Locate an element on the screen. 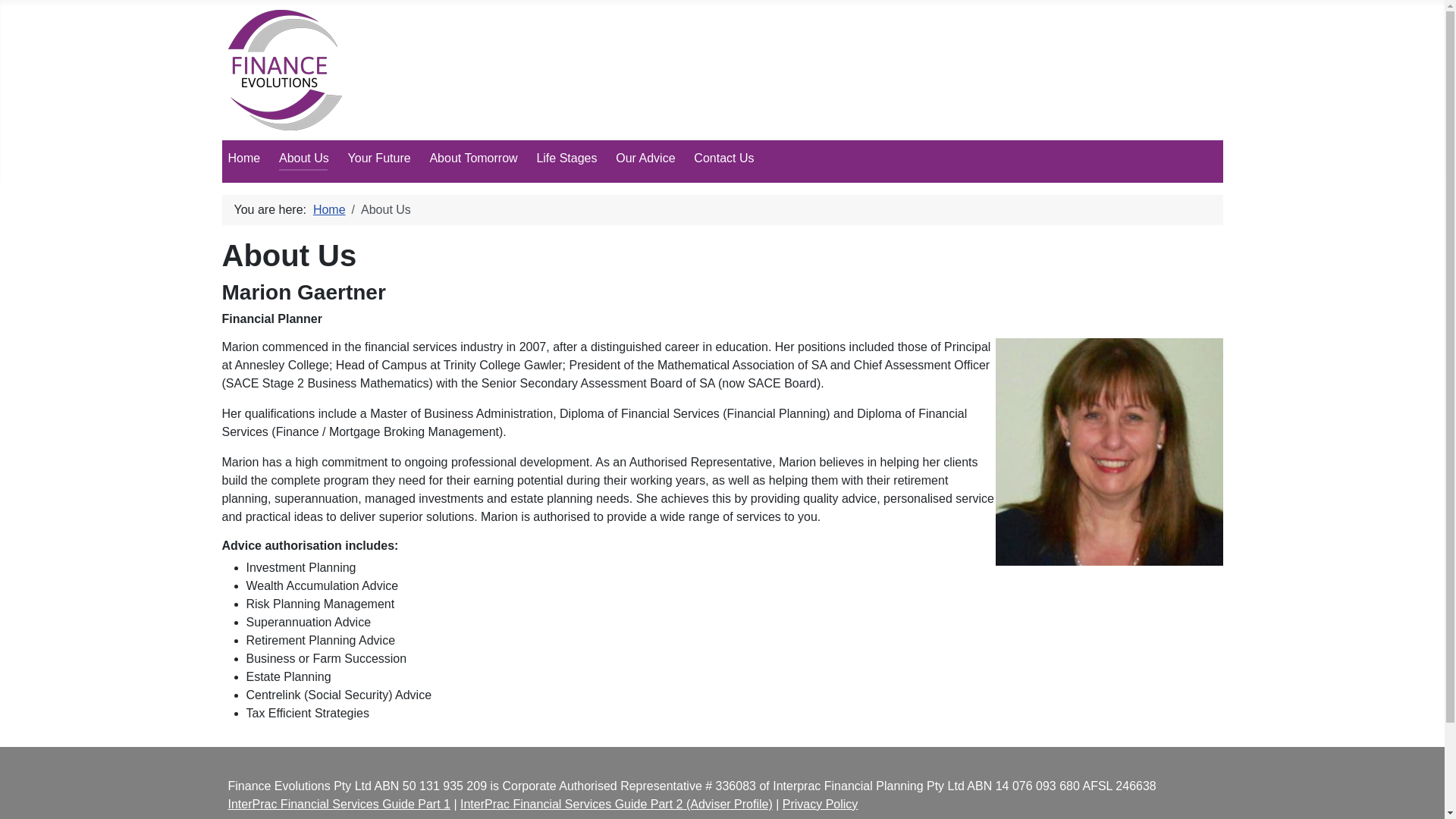 The image size is (1456, 819). 'Life Stages' is located at coordinates (566, 158).